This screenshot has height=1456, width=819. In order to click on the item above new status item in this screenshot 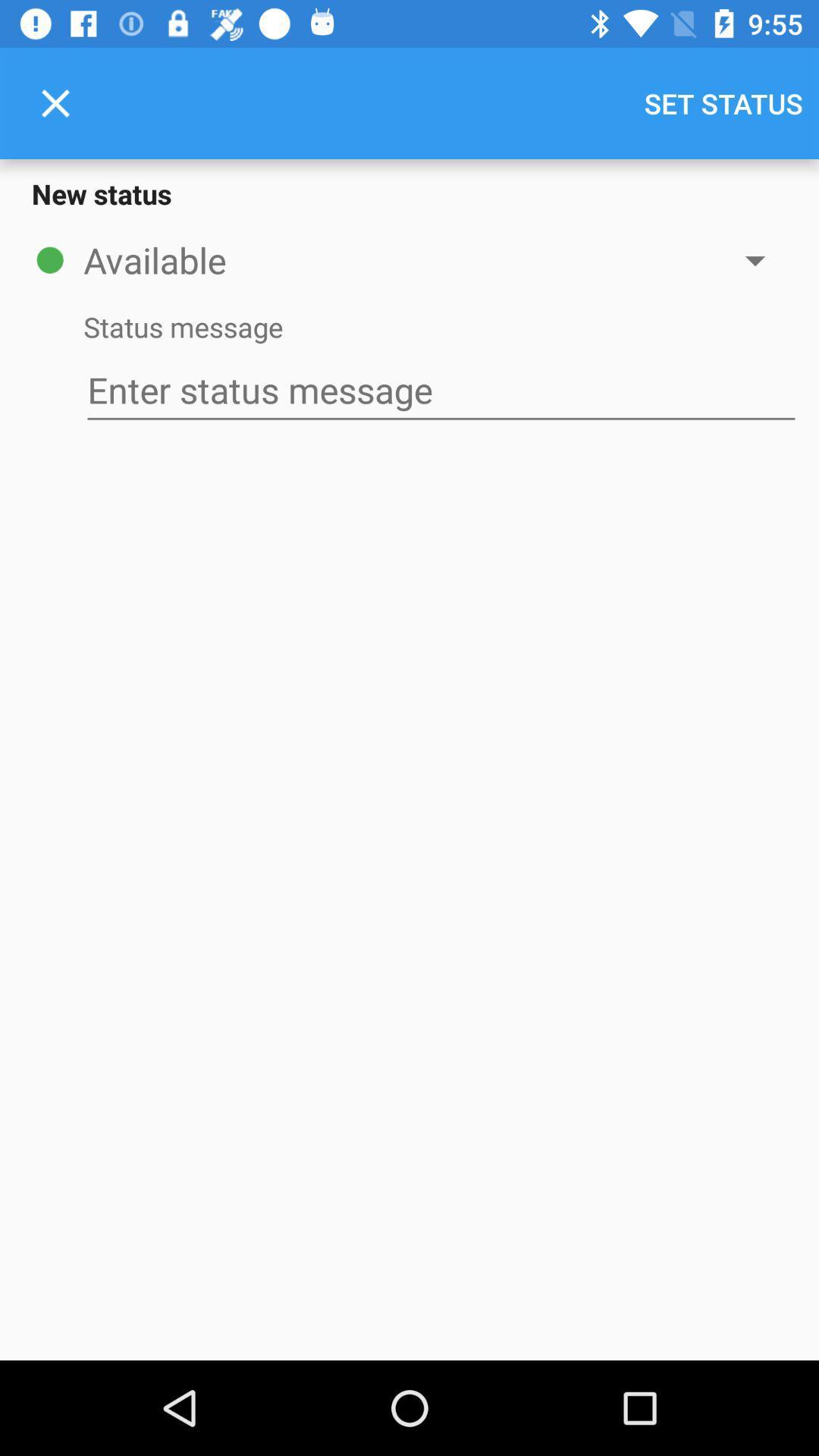, I will do `click(55, 102)`.